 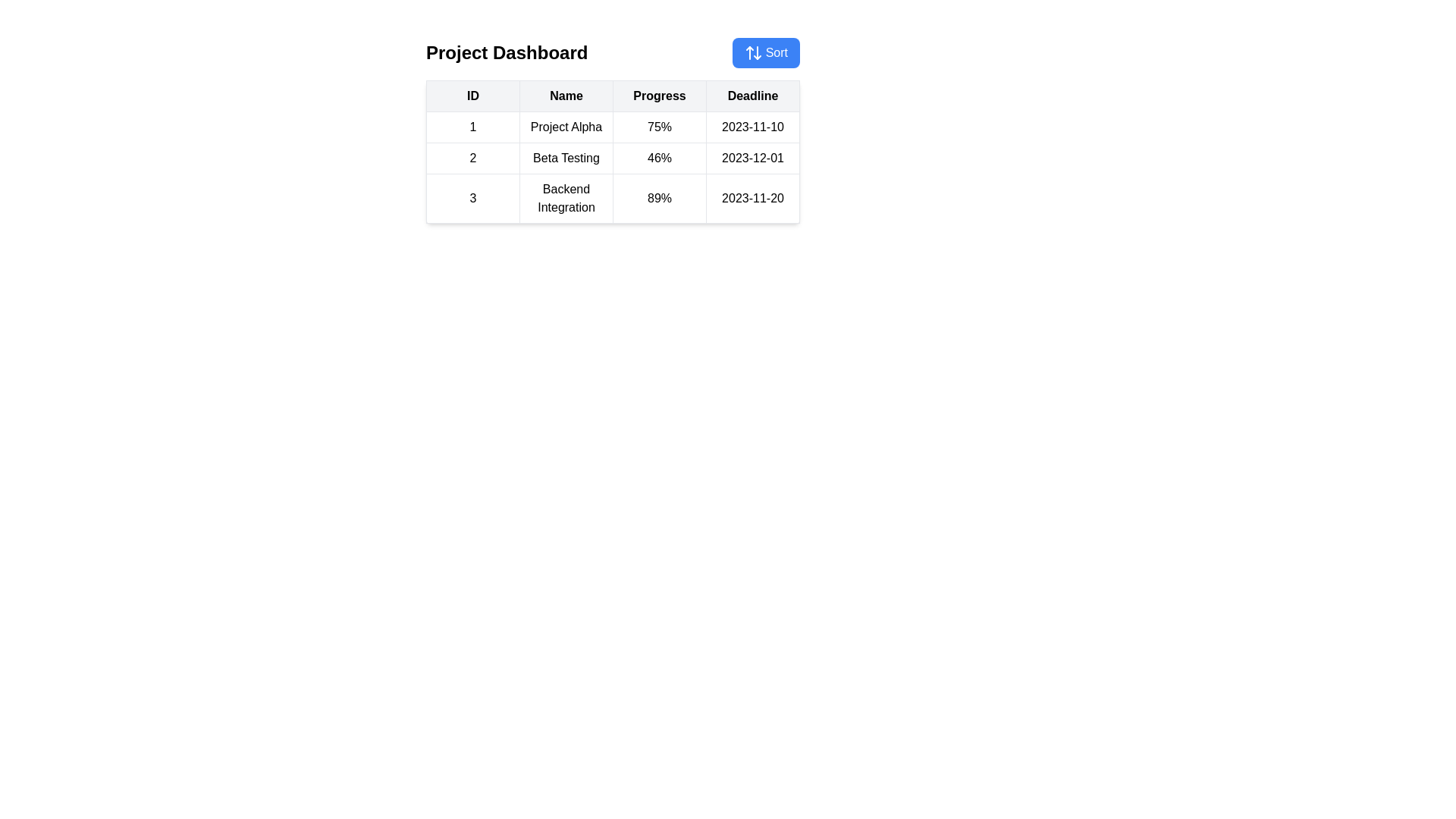 What do you see at coordinates (566, 96) in the screenshot?
I see `the 'Name' header label in the table, which is the second header after 'ID' and before 'Progress'` at bounding box center [566, 96].